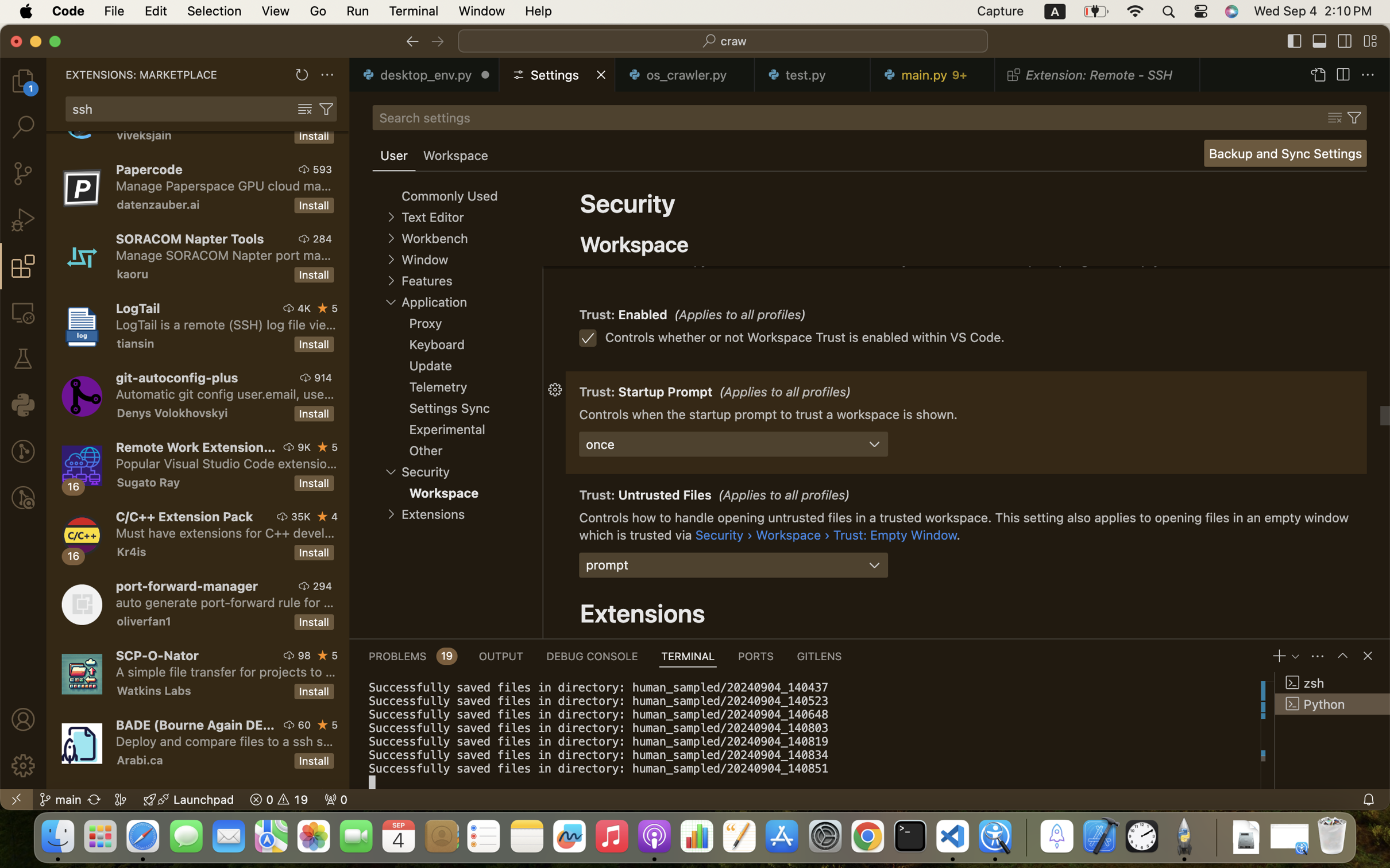 The width and height of the screenshot is (1390, 868). Describe the element at coordinates (304, 109) in the screenshot. I see `''` at that location.